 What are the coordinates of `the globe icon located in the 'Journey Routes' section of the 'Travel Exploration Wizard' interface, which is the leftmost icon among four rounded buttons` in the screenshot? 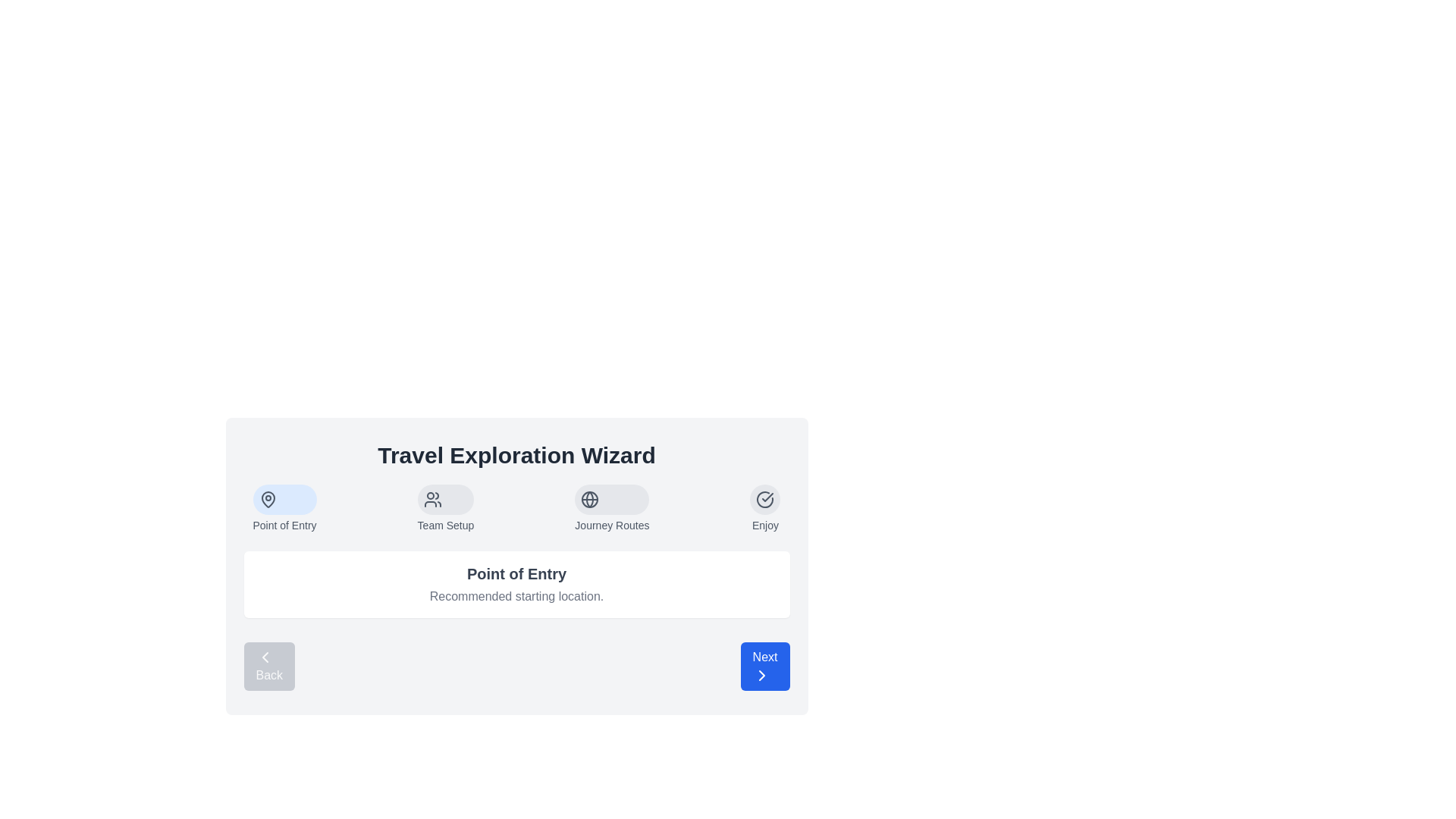 It's located at (589, 500).